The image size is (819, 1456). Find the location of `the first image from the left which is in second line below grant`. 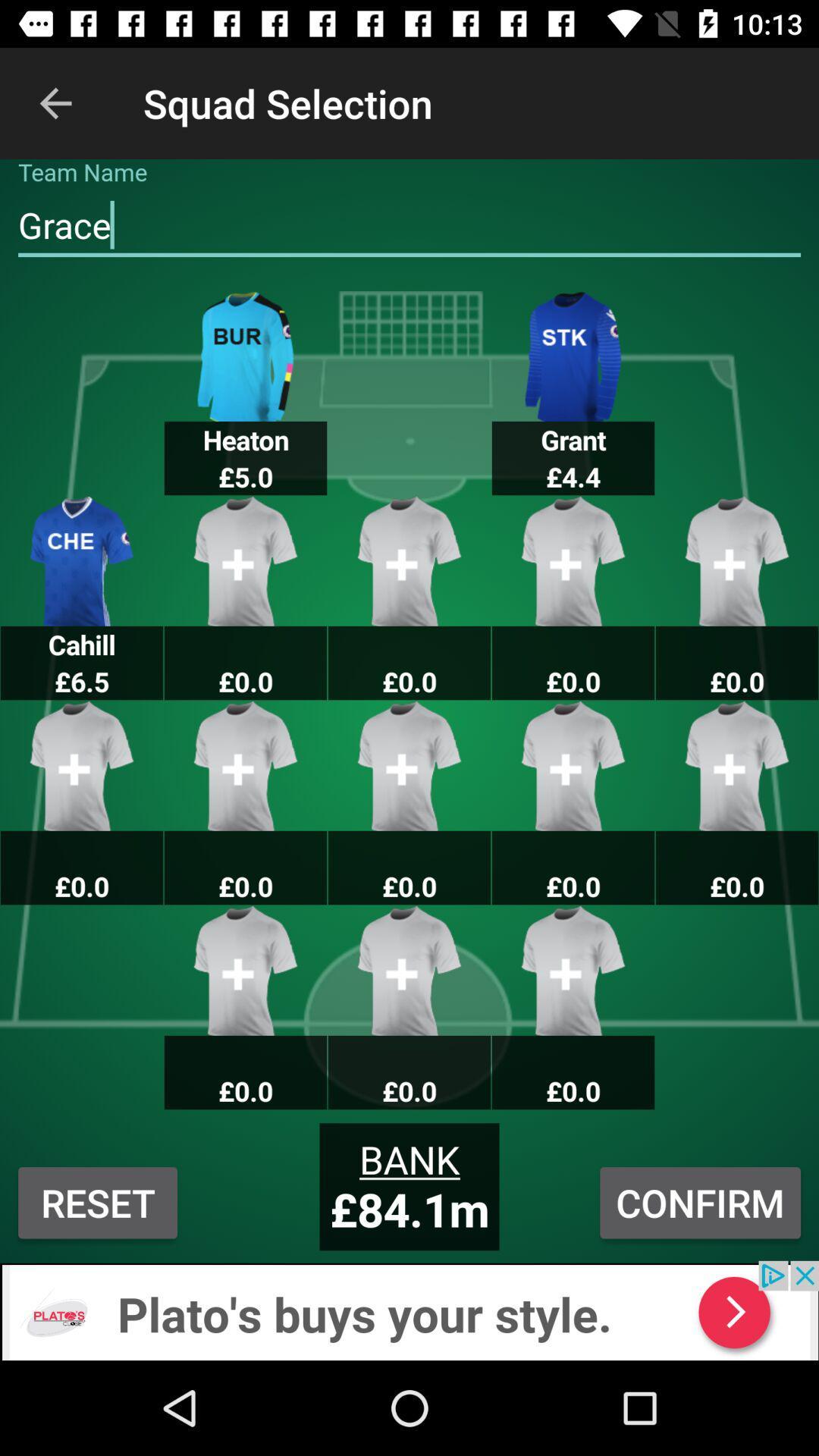

the first image from the left which is in second line below grant is located at coordinates (736, 766).